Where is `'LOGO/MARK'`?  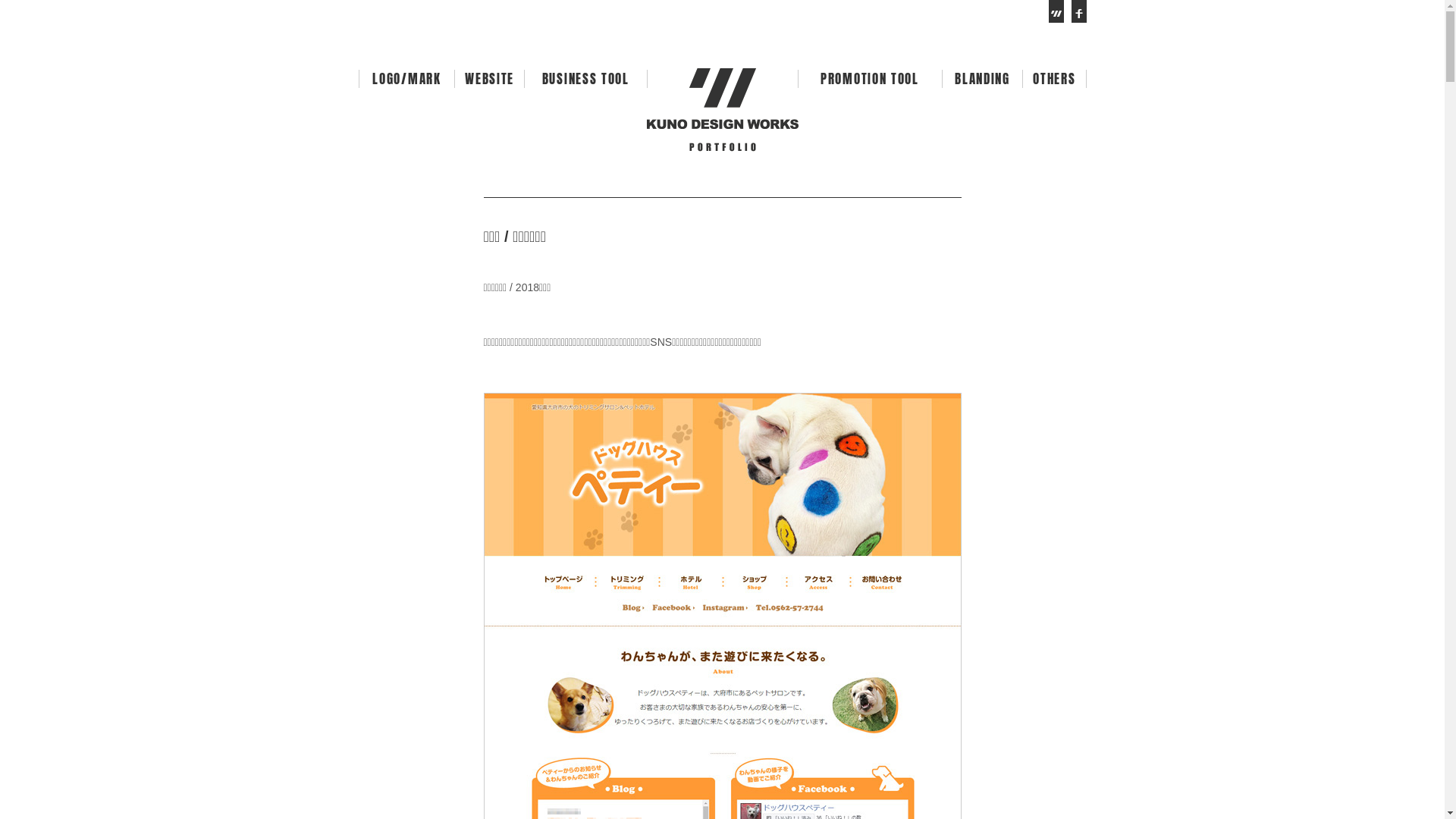
'LOGO/MARK' is located at coordinates (407, 79).